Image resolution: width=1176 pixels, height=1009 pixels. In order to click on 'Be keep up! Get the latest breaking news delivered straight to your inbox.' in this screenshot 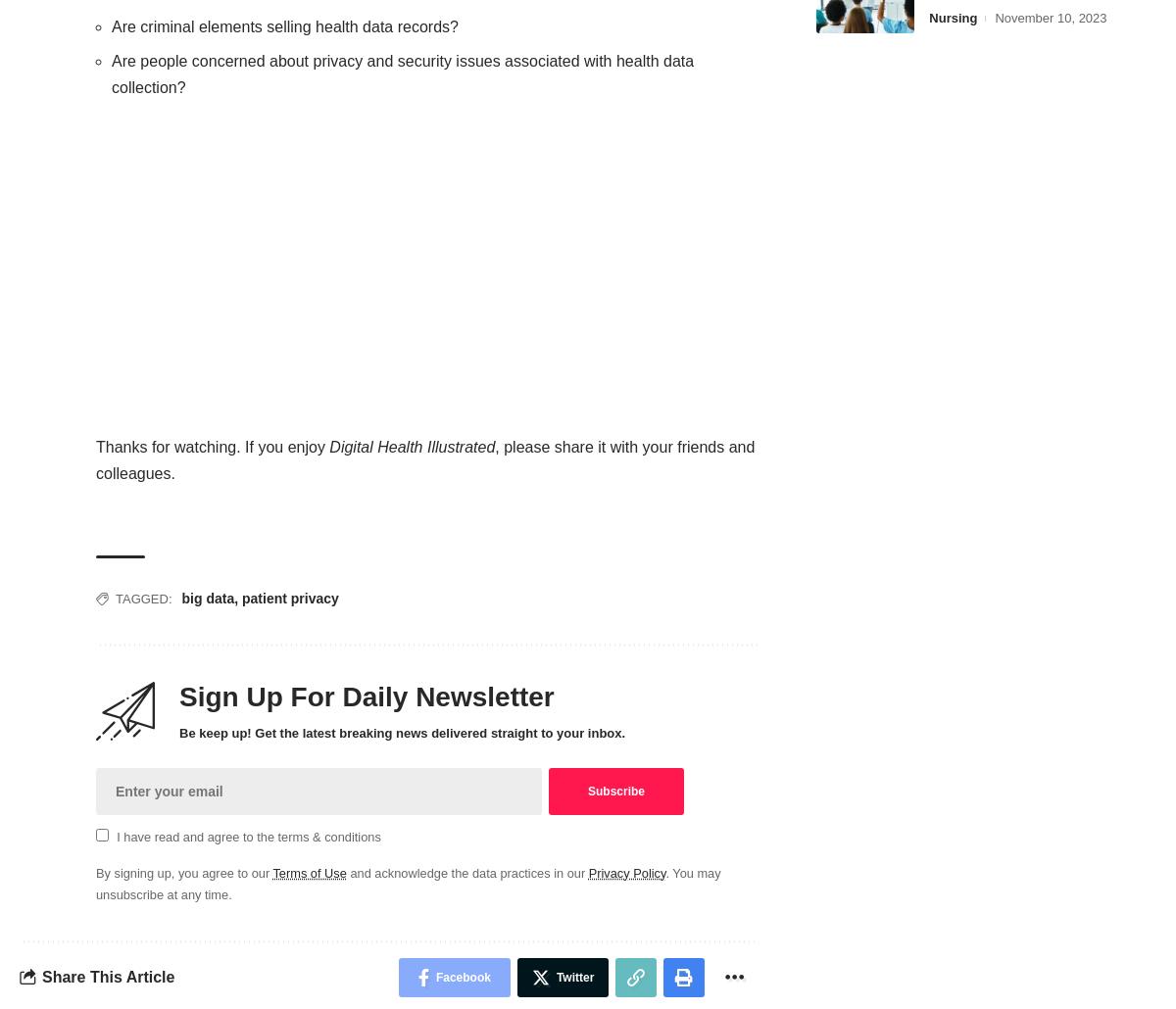, I will do `click(402, 733)`.